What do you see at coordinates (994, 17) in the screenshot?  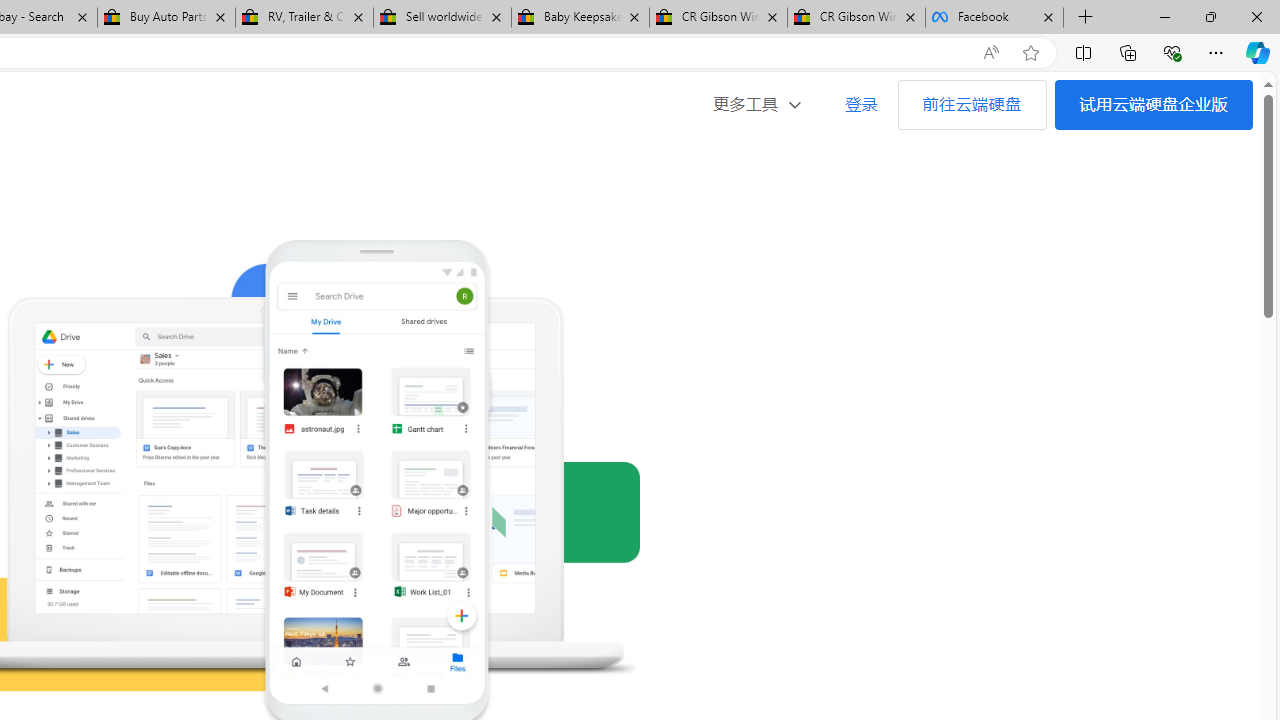 I see `'Facebook'` at bounding box center [994, 17].